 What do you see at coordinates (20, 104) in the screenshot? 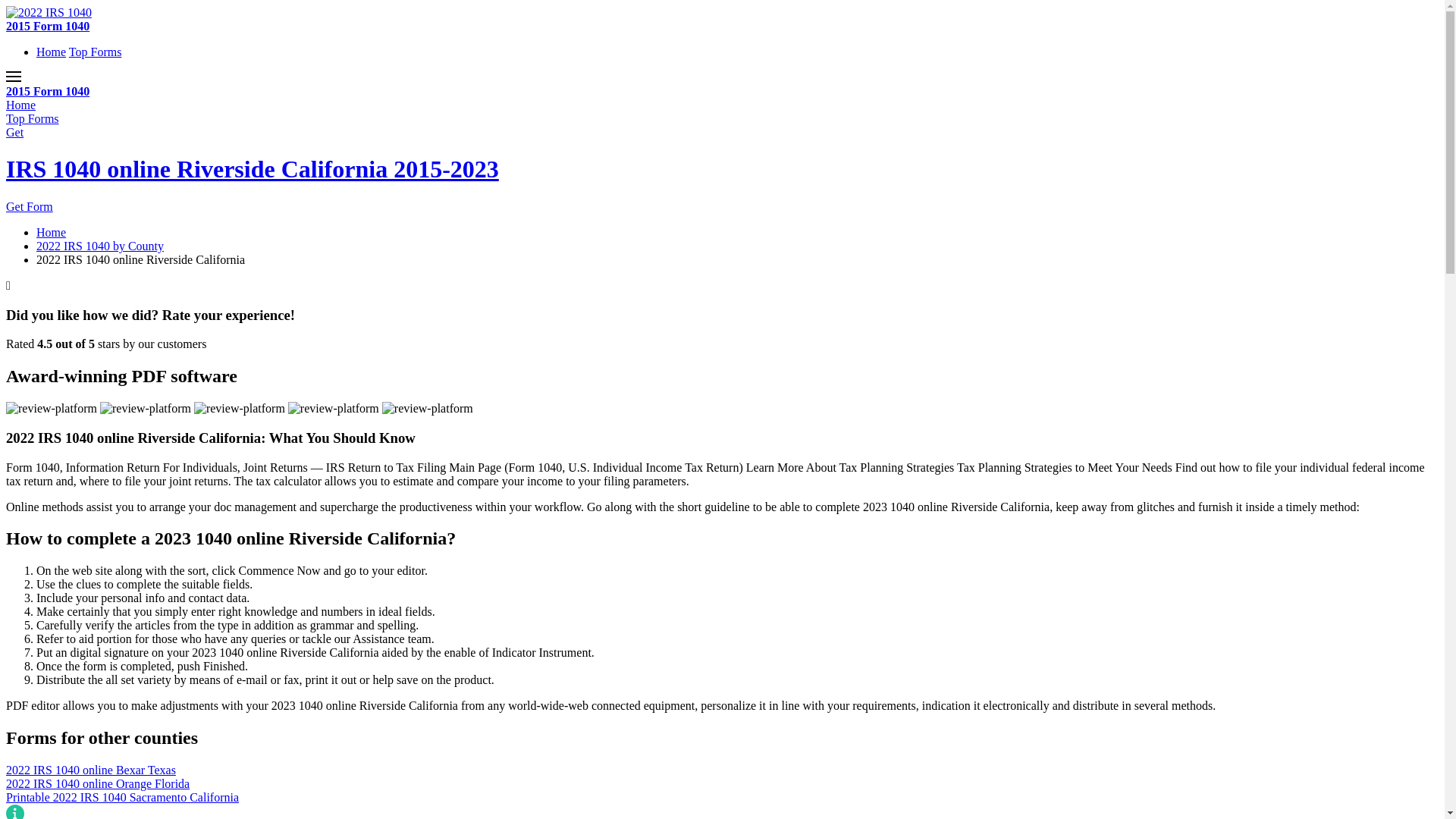
I see `'Home'` at bounding box center [20, 104].